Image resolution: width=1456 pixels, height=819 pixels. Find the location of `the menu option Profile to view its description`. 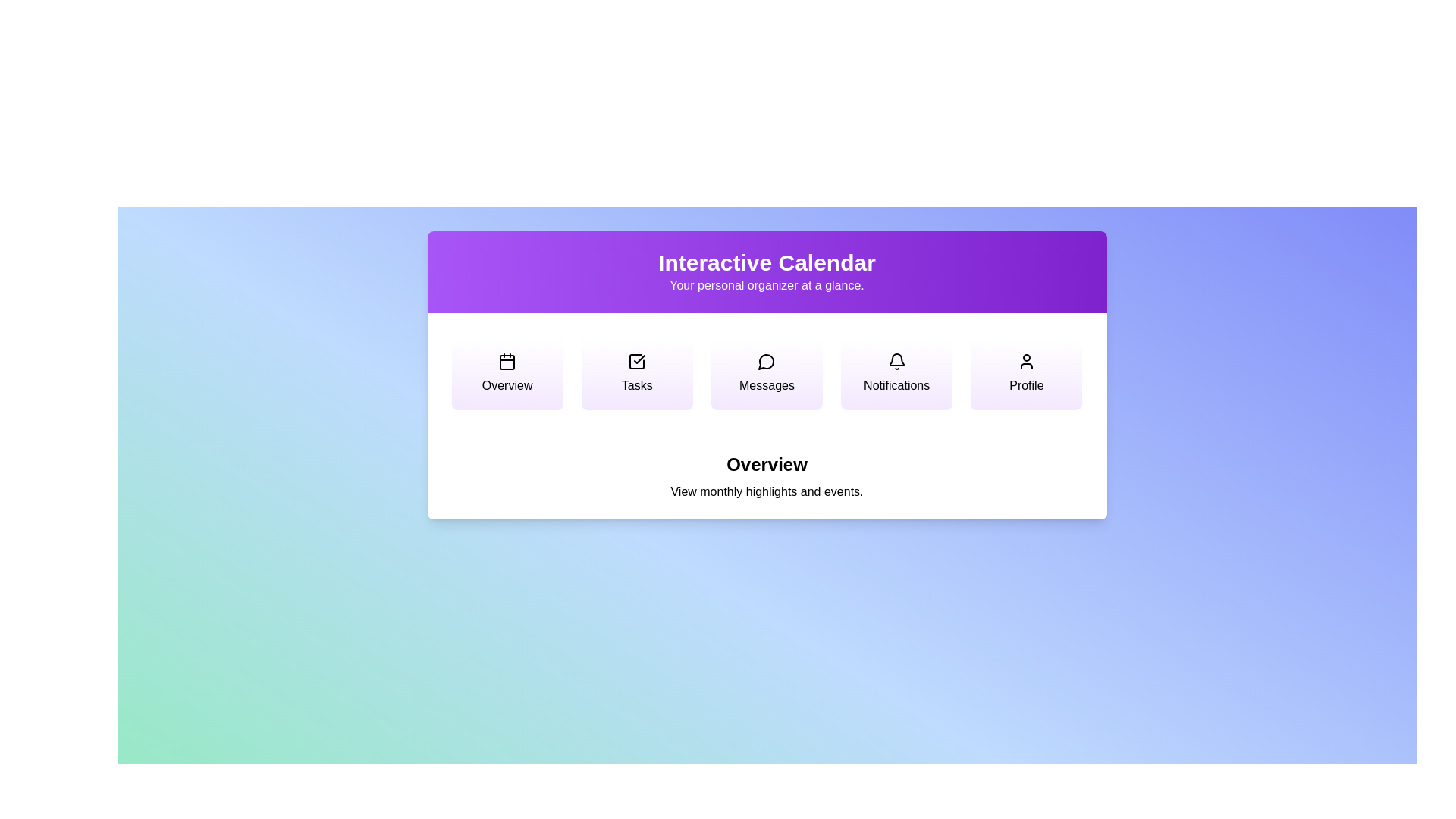

the menu option Profile to view its description is located at coordinates (1026, 374).